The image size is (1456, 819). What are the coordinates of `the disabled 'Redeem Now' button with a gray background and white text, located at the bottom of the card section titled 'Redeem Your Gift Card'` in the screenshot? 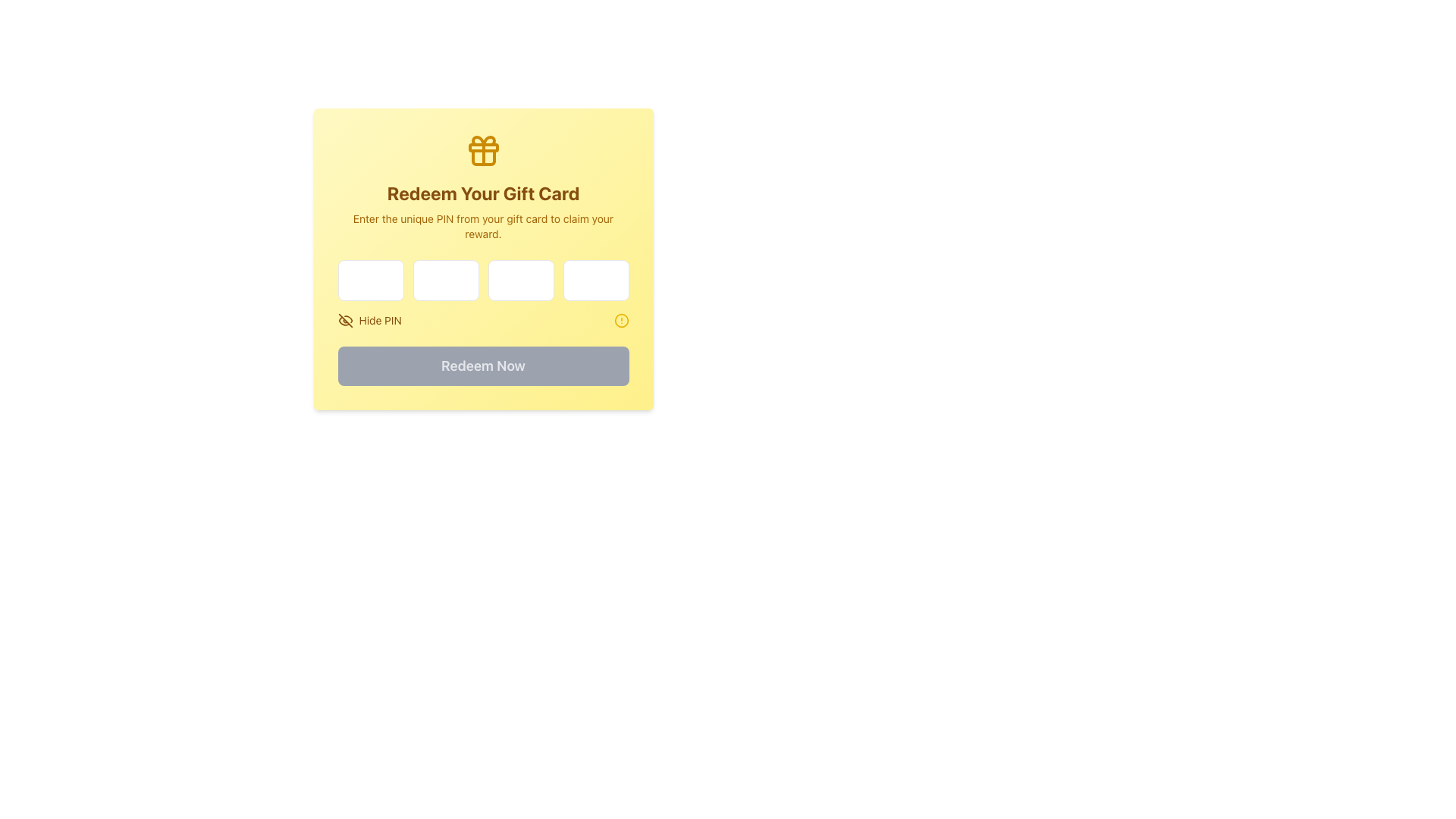 It's located at (482, 366).